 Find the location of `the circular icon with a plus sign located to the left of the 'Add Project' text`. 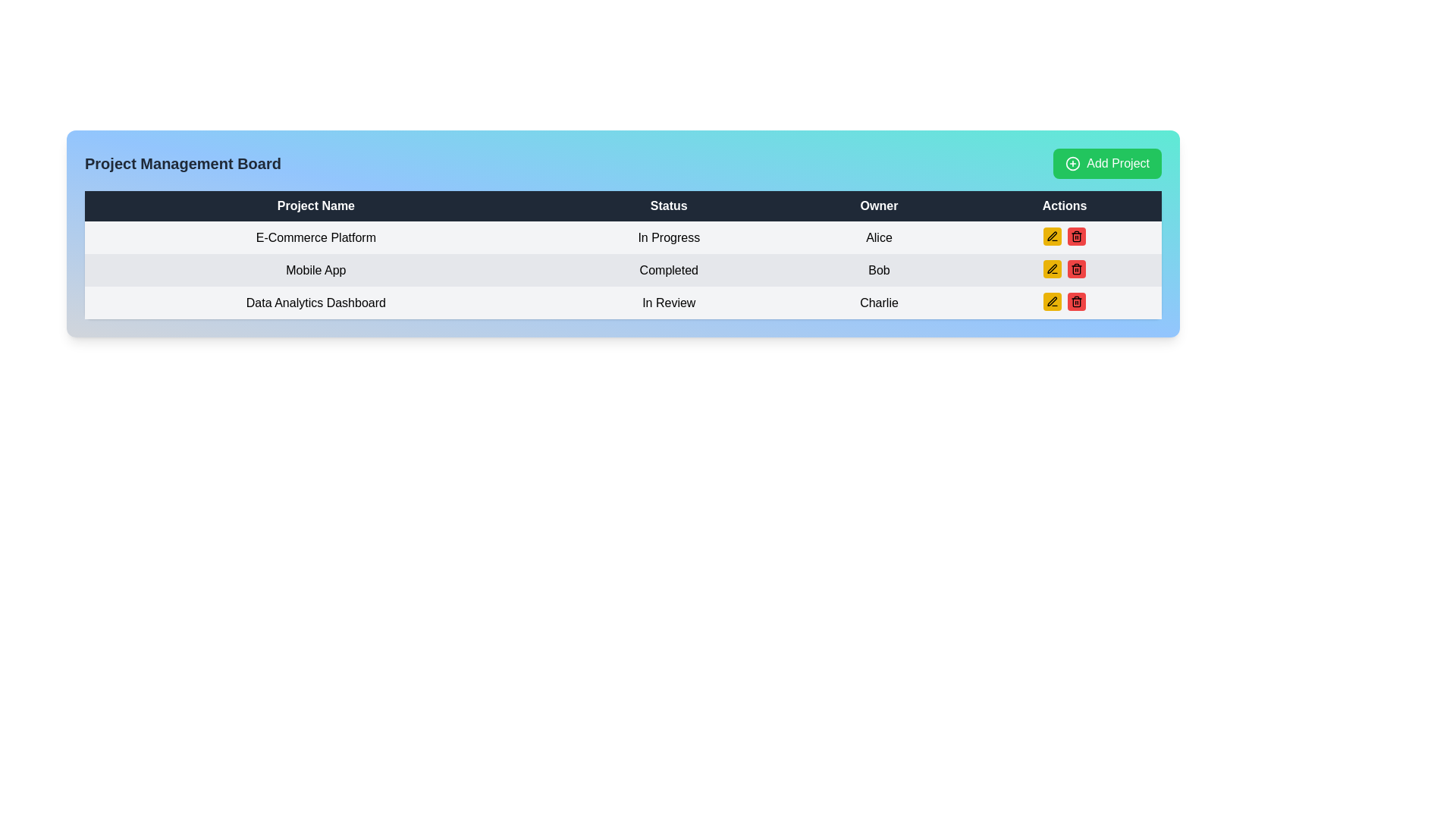

the circular icon with a plus sign located to the left of the 'Add Project' text is located at coordinates (1072, 164).